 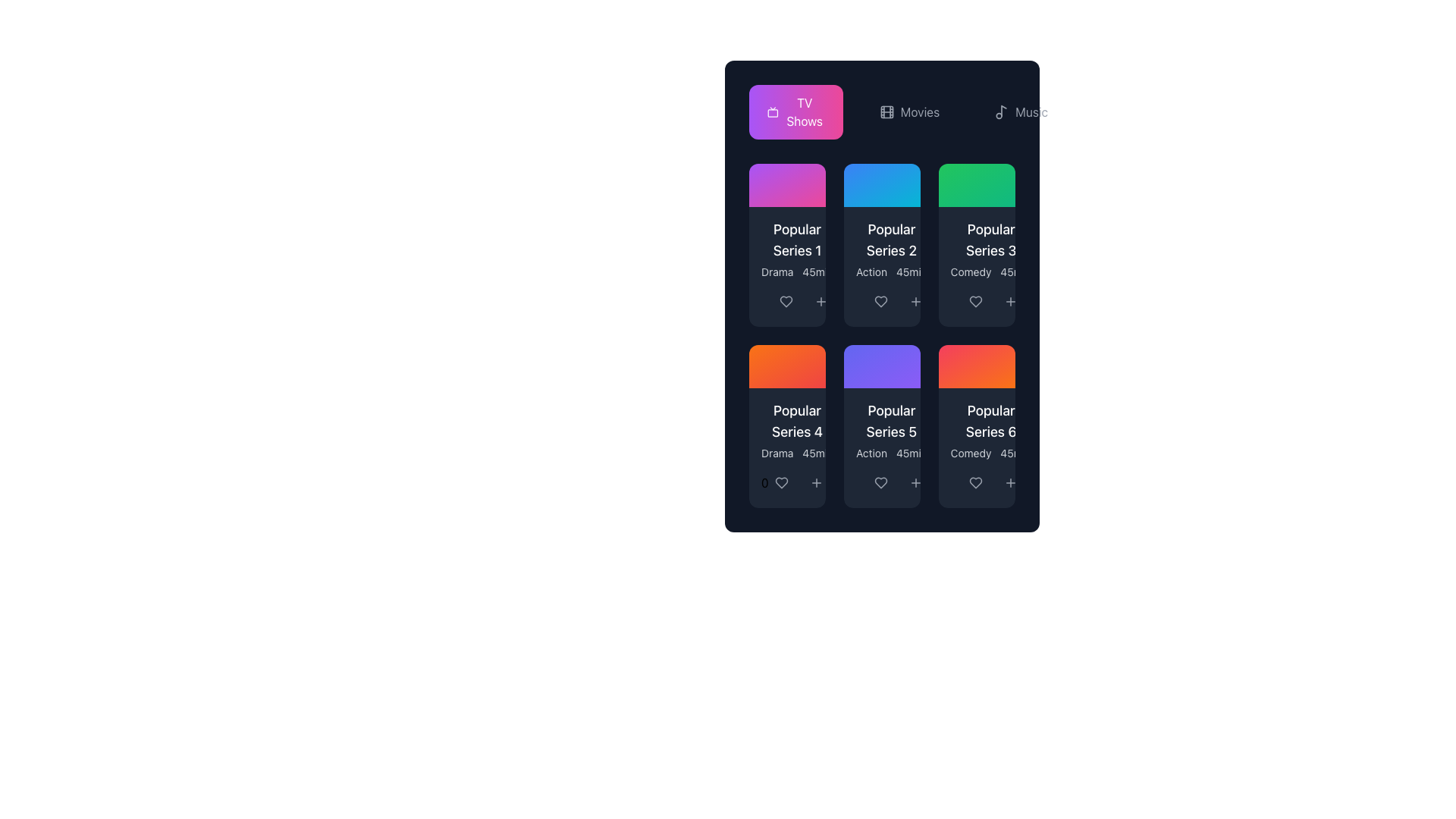 I want to click on the '+' button located at the bottom right corner of the 'Popular Series 4' card, so click(x=815, y=482).